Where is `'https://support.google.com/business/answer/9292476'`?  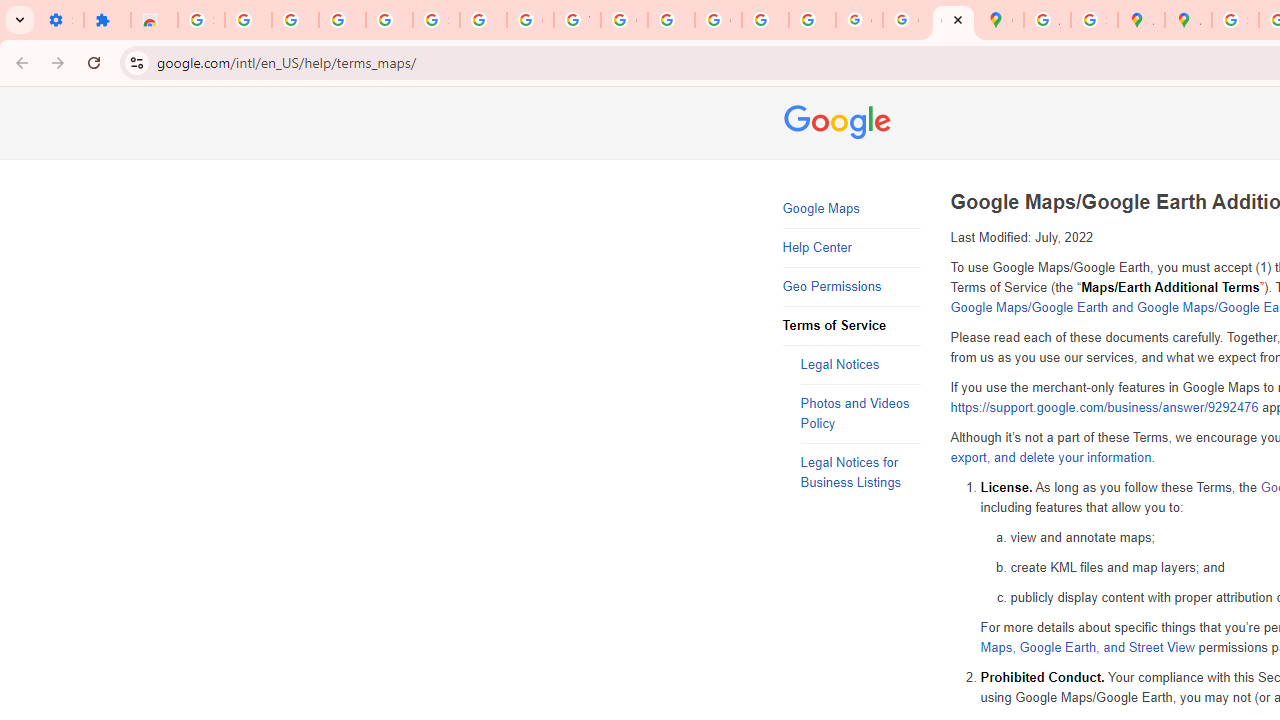 'https://support.google.com/business/answer/9292476' is located at coordinates (1103, 407).